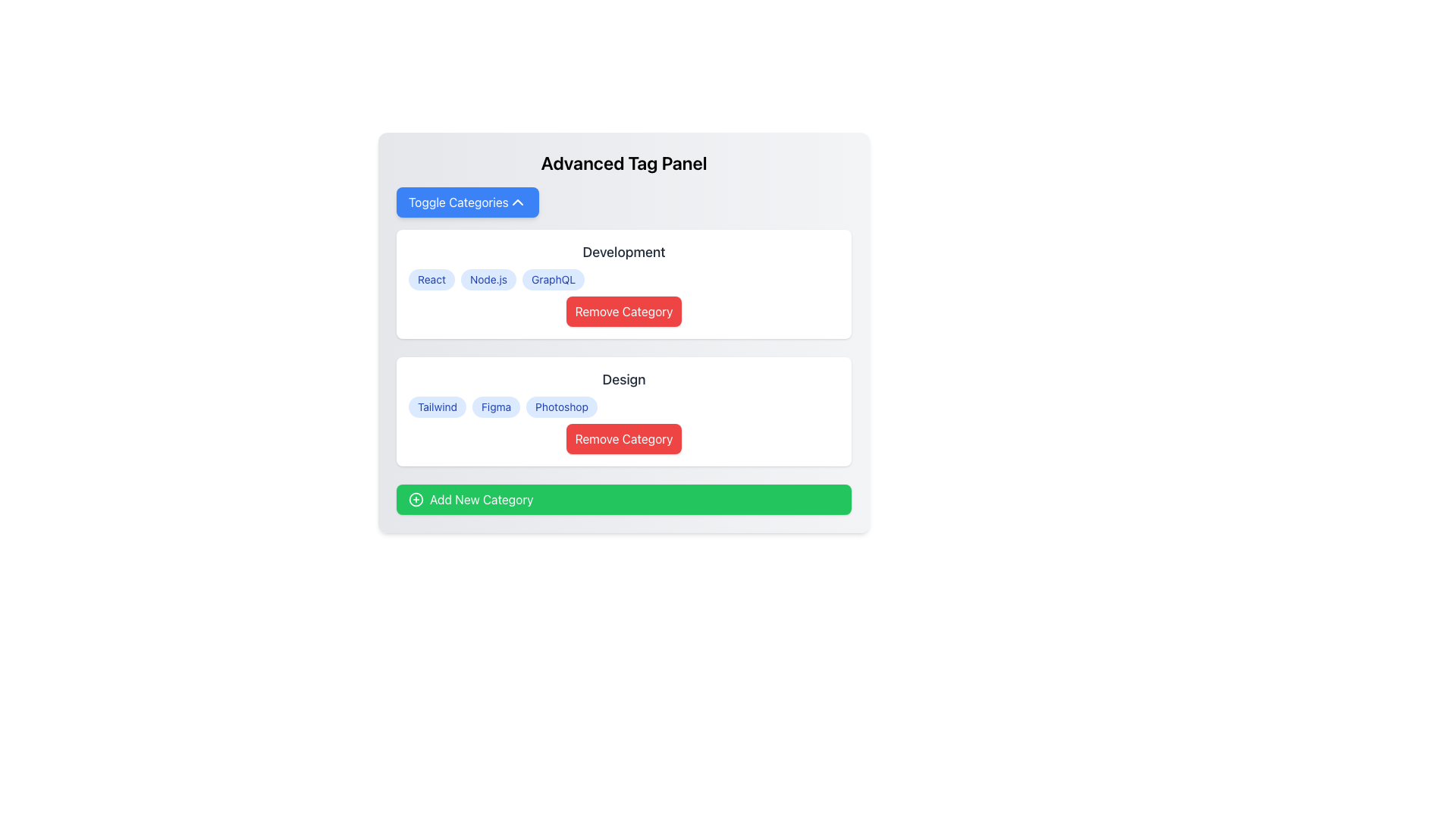 The image size is (1456, 819). Describe the element at coordinates (561, 406) in the screenshot. I see `the non-interactive tag label for 'Photoshop', which is the third tag button in the horizontal sequence under the 'Design' category` at that location.